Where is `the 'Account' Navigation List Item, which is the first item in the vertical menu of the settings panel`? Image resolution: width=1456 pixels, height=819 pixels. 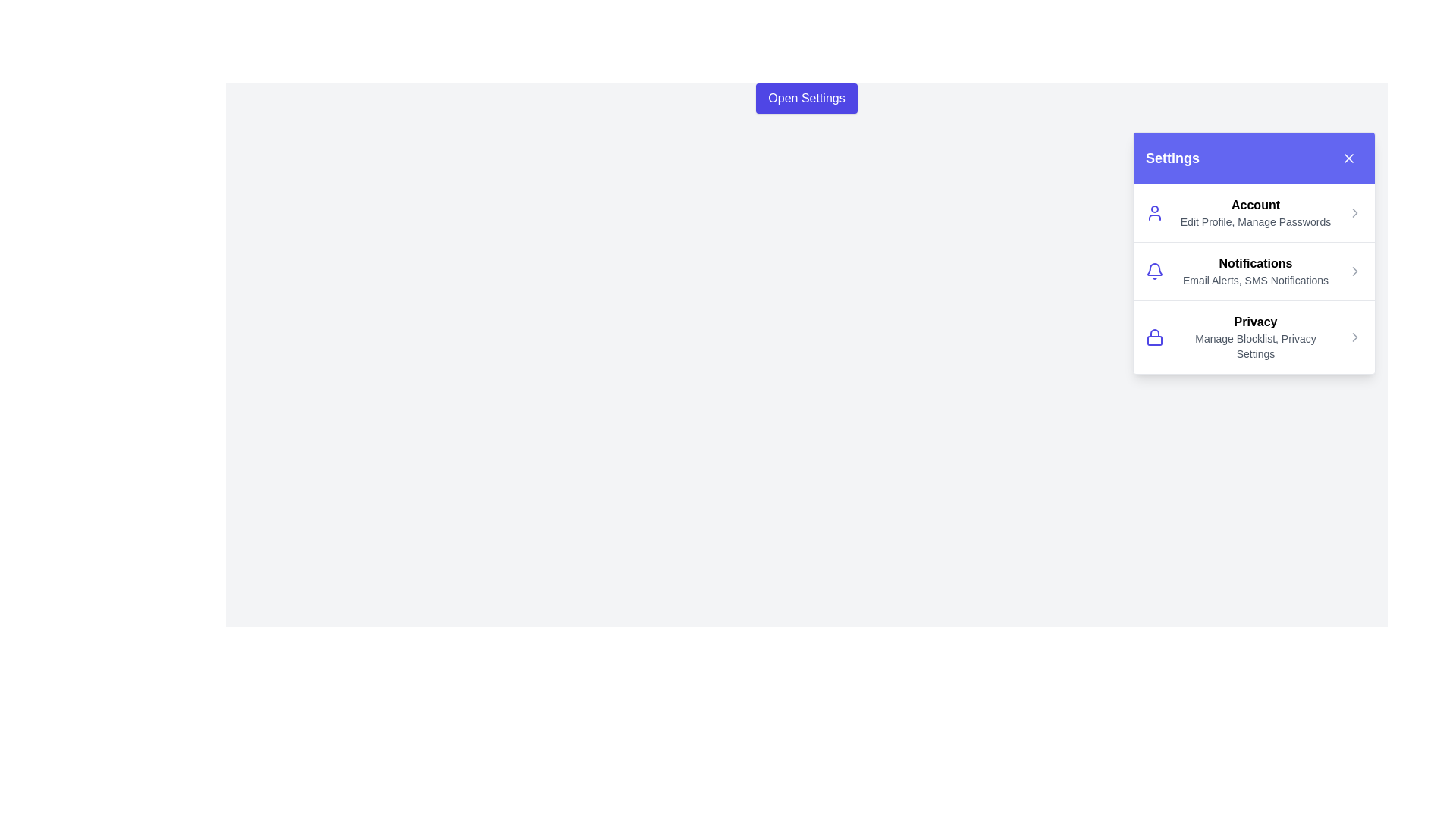 the 'Account' Navigation List Item, which is the first item in the vertical menu of the settings panel is located at coordinates (1254, 213).